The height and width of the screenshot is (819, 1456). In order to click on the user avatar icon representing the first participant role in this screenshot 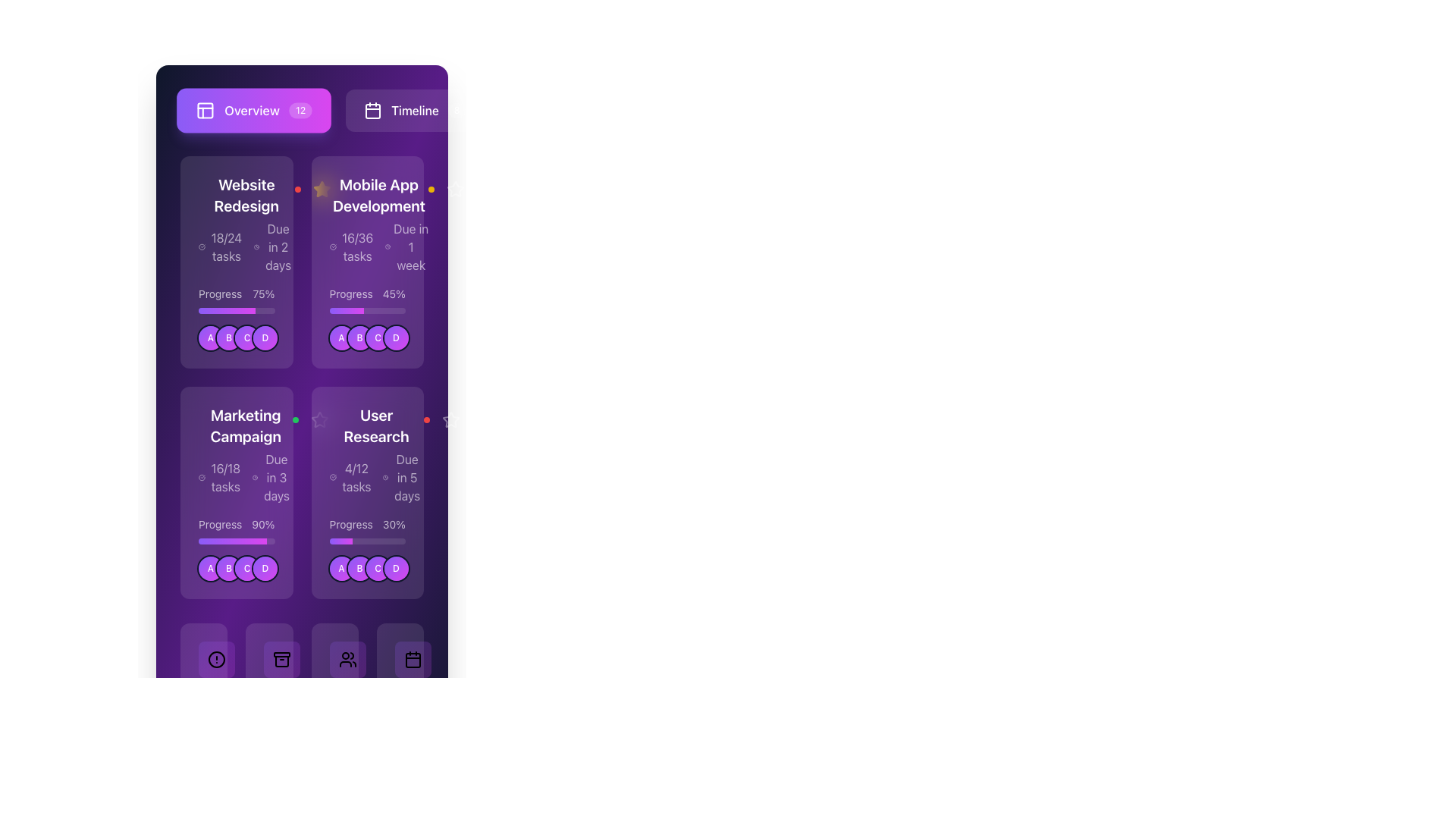, I will do `click(340, 568)`.